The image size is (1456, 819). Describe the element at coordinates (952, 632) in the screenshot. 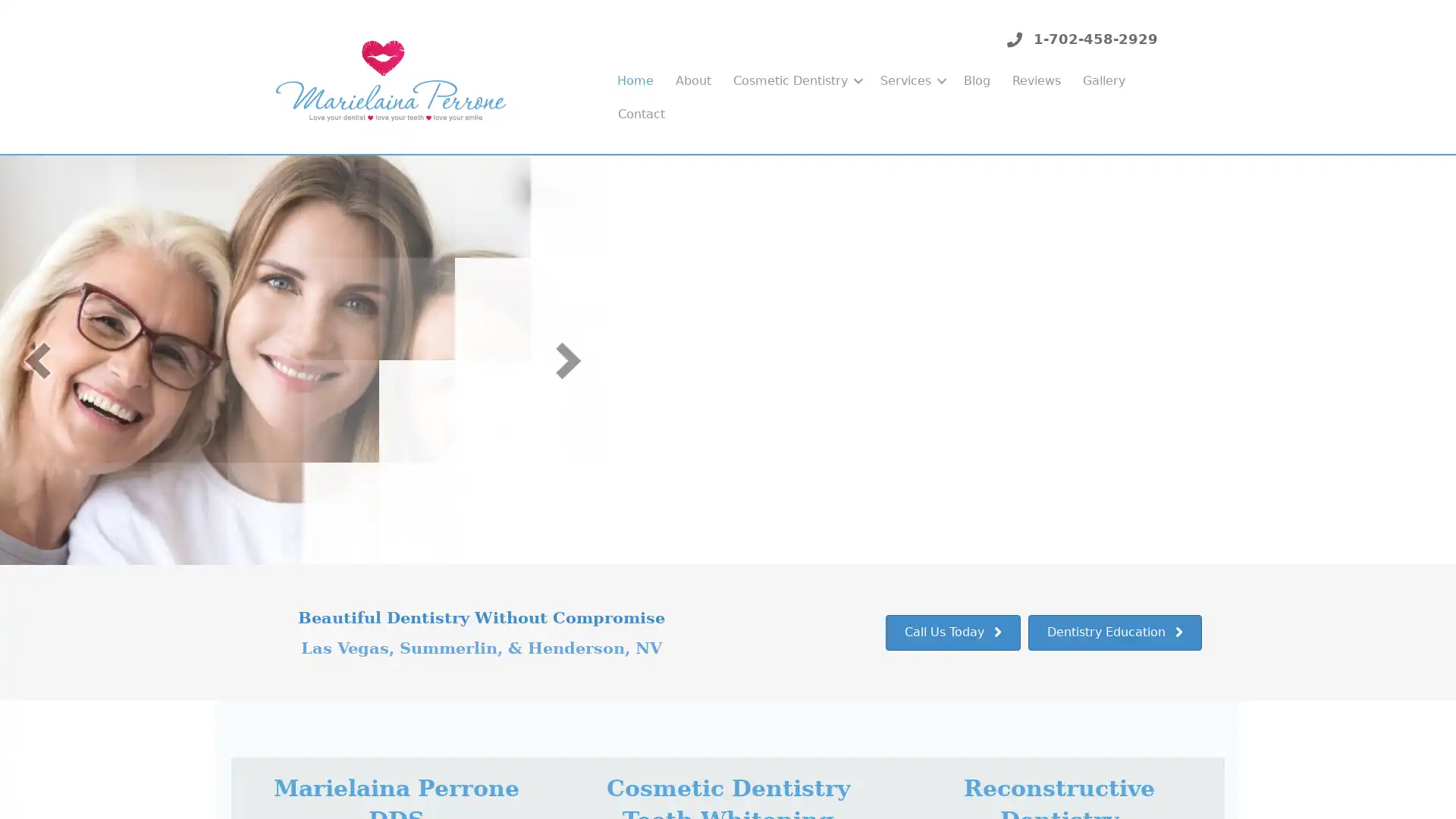

I see `Call Us Today` at that location.